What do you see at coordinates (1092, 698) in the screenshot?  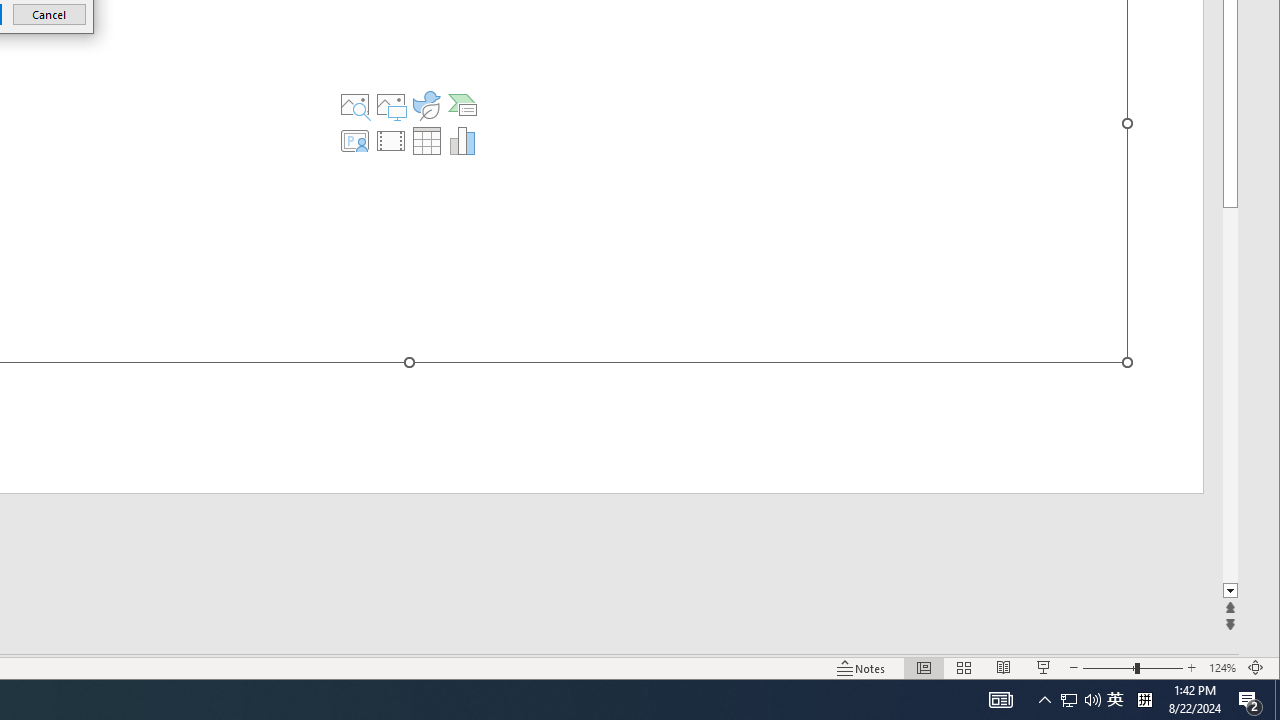 I see `'Q2790: 100%'` at bounding box center [1092, 698].